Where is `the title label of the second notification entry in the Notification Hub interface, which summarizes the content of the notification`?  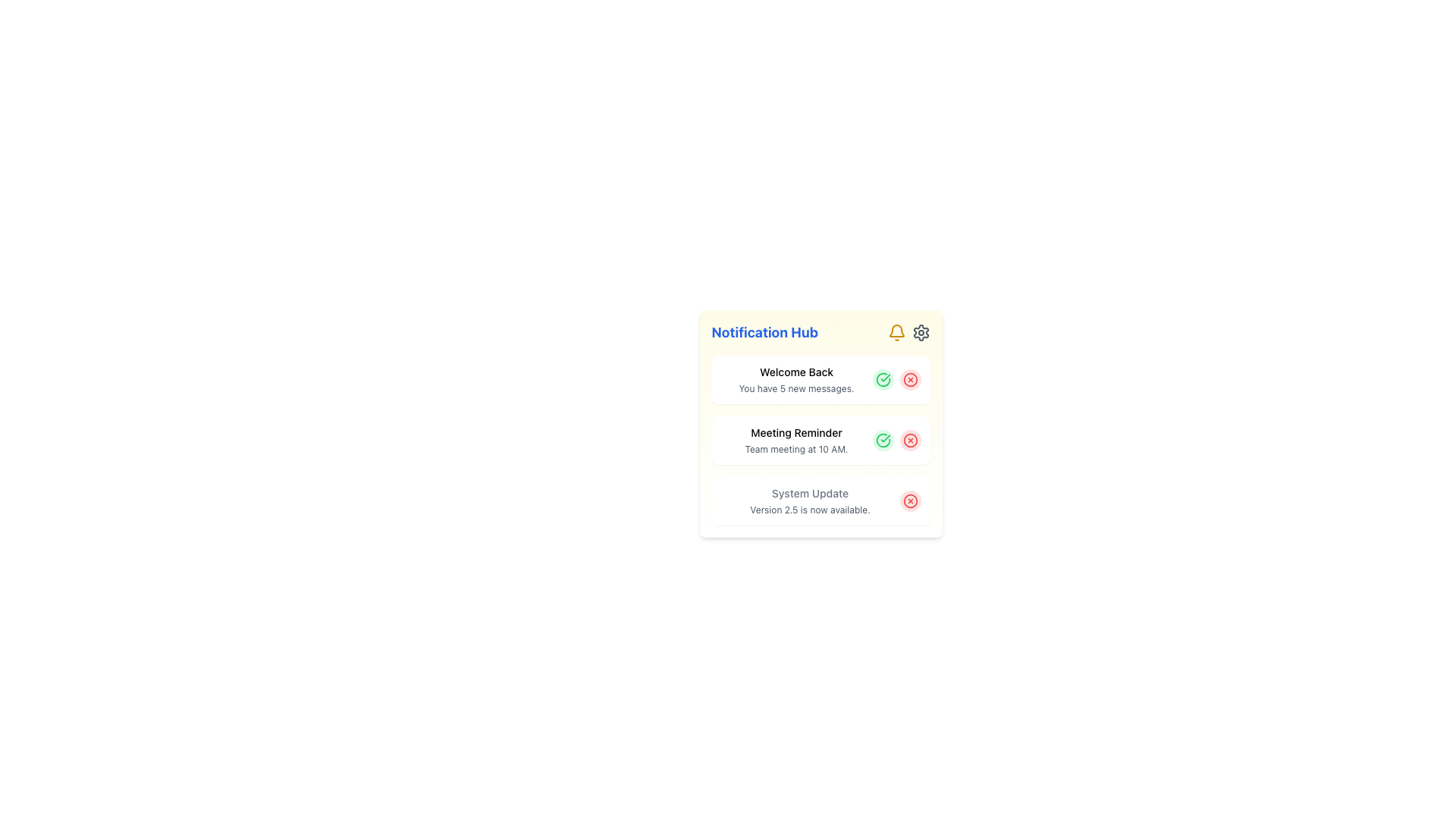 the title label of the second notification entry in the Notification Hub interface, which summarizes the content of the notification is located at coordinates (795, 432).